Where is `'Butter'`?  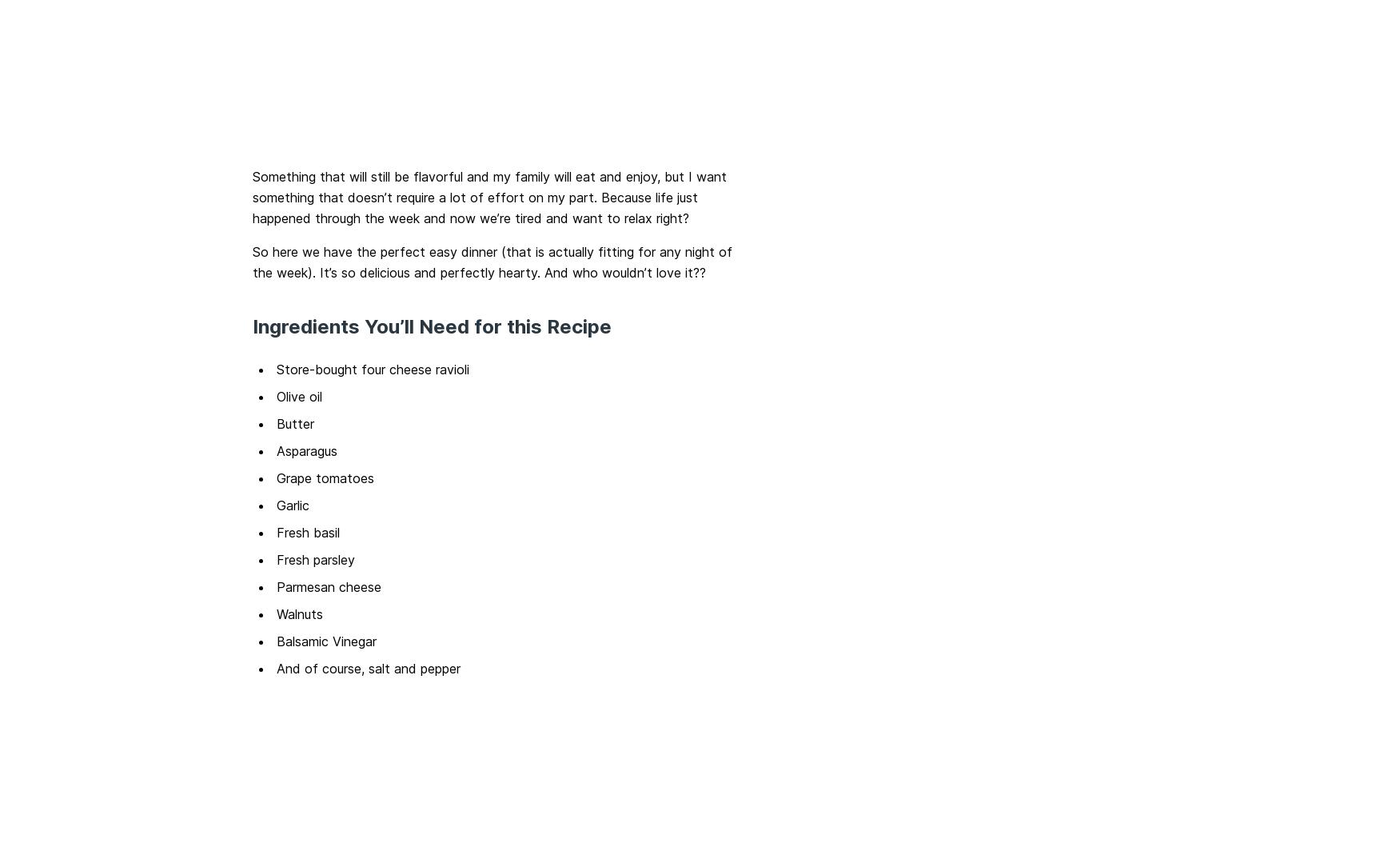 'Butter' is located at coordinates (294, 423).